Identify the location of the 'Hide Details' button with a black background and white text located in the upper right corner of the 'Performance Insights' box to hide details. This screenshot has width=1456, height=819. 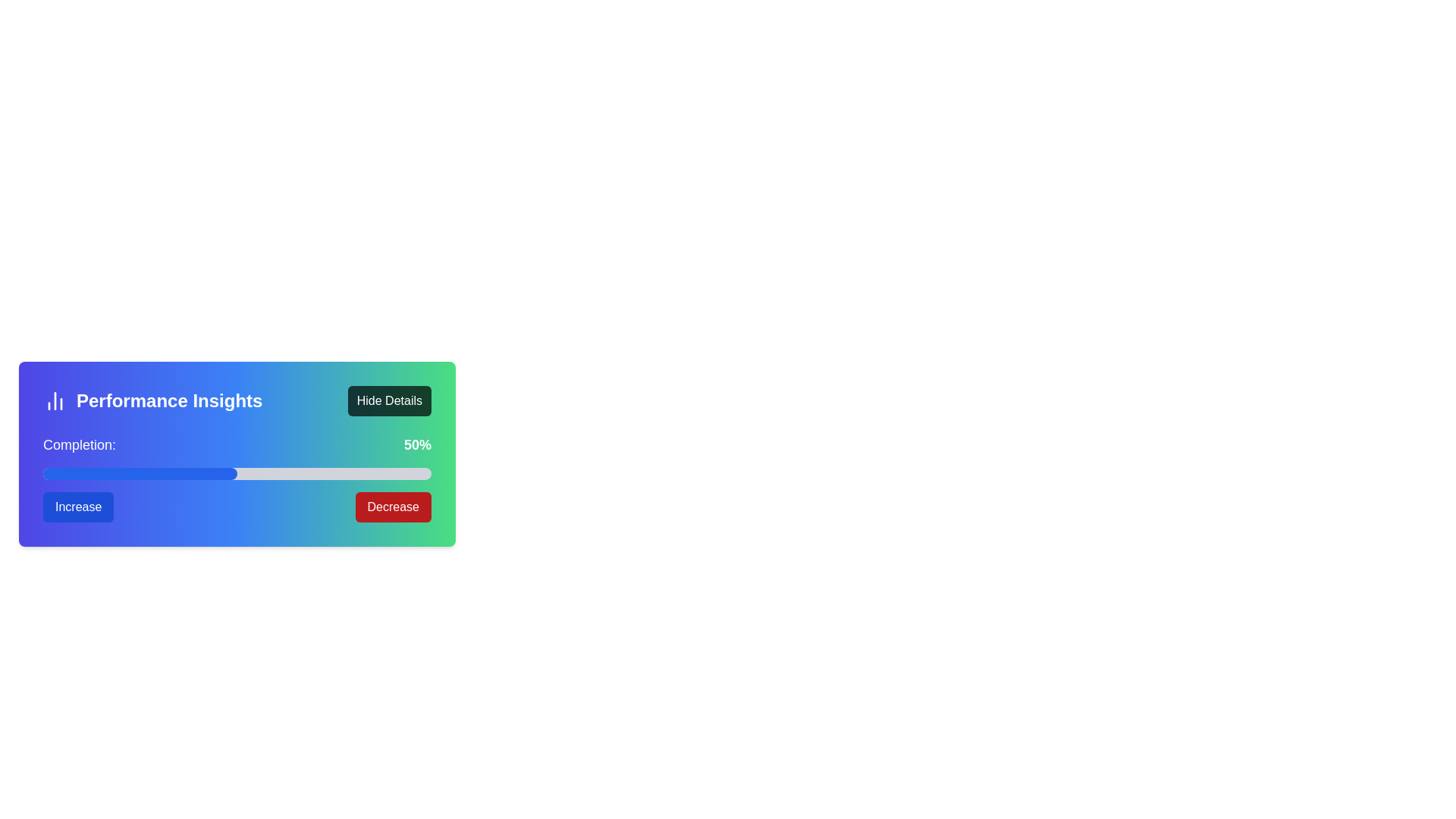
(389, 400).